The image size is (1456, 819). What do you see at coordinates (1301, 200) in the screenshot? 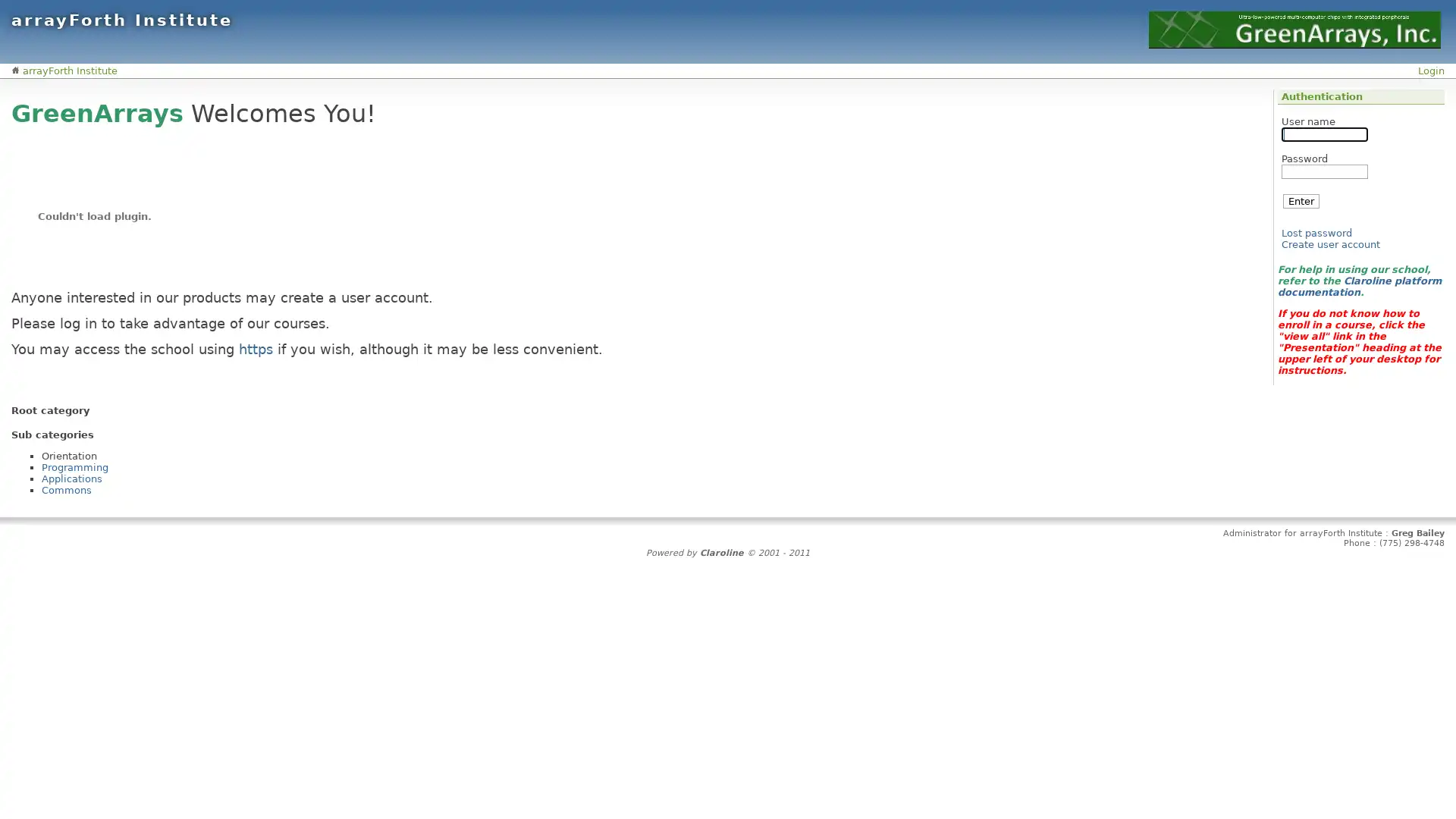
I see `Enter` at bounding box center [1301, 200].